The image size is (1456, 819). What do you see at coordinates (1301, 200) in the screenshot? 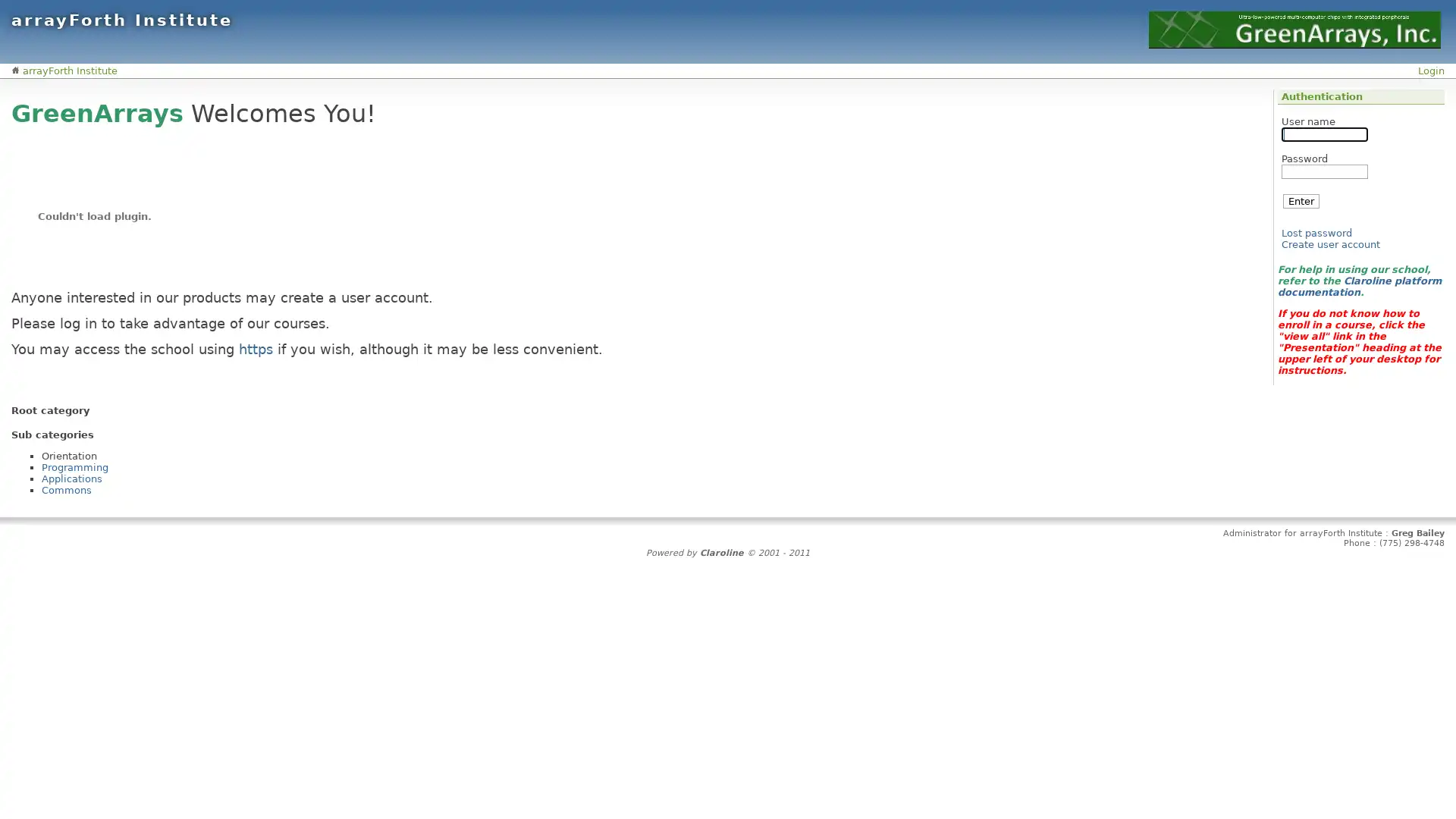
I see `Enter` at bounding box center [1301, 200].